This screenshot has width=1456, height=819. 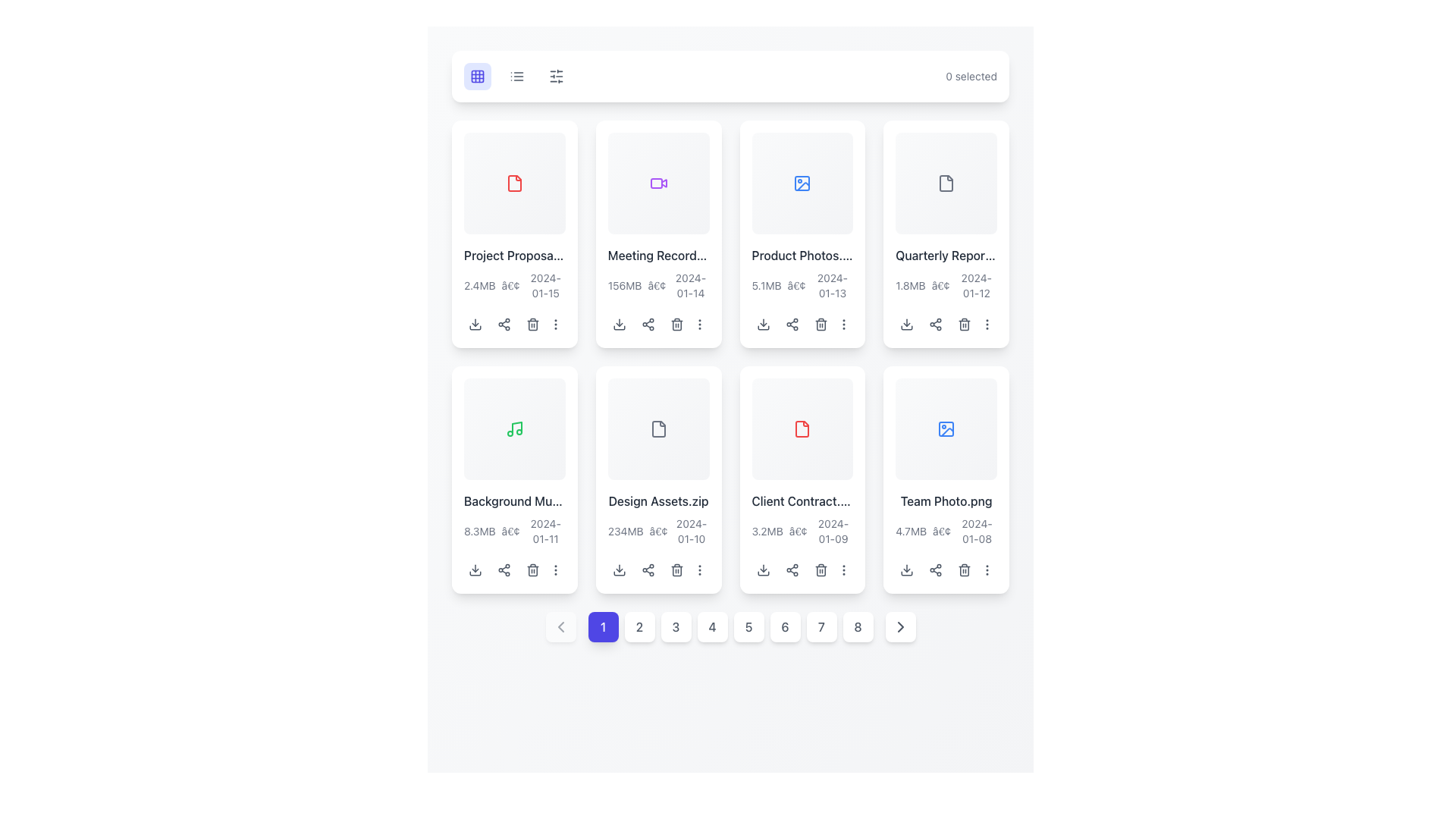 I want to click on the share icon represented by three interconnected circles located in the bottom section of the 'Background Music.mp3' card, to the right of the download icon and aligned to the left of the delete and options icons, to initiate sharing, so click(x=504, y=570).